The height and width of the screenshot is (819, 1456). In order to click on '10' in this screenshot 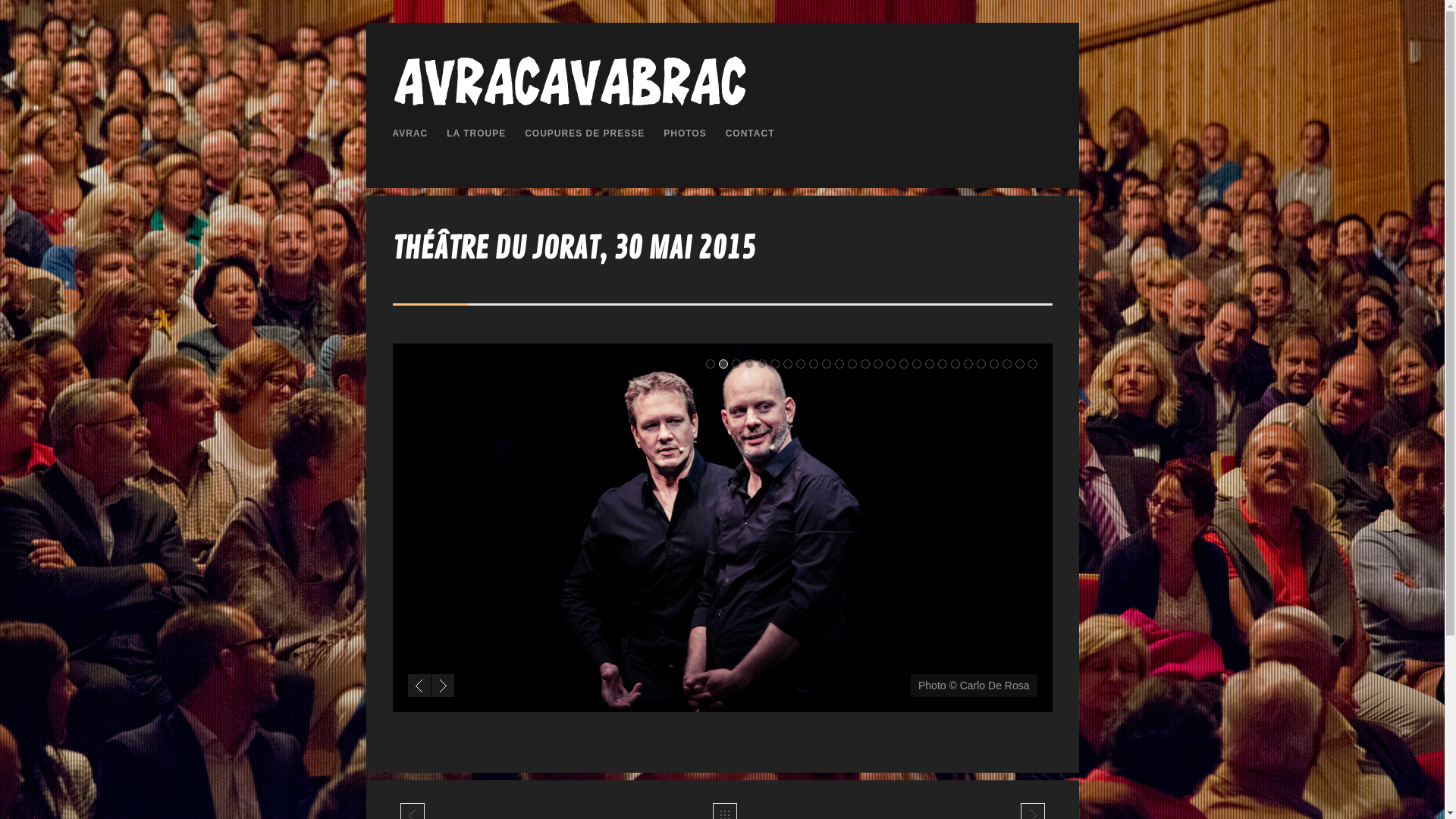, I will do `click(825, 363)`.